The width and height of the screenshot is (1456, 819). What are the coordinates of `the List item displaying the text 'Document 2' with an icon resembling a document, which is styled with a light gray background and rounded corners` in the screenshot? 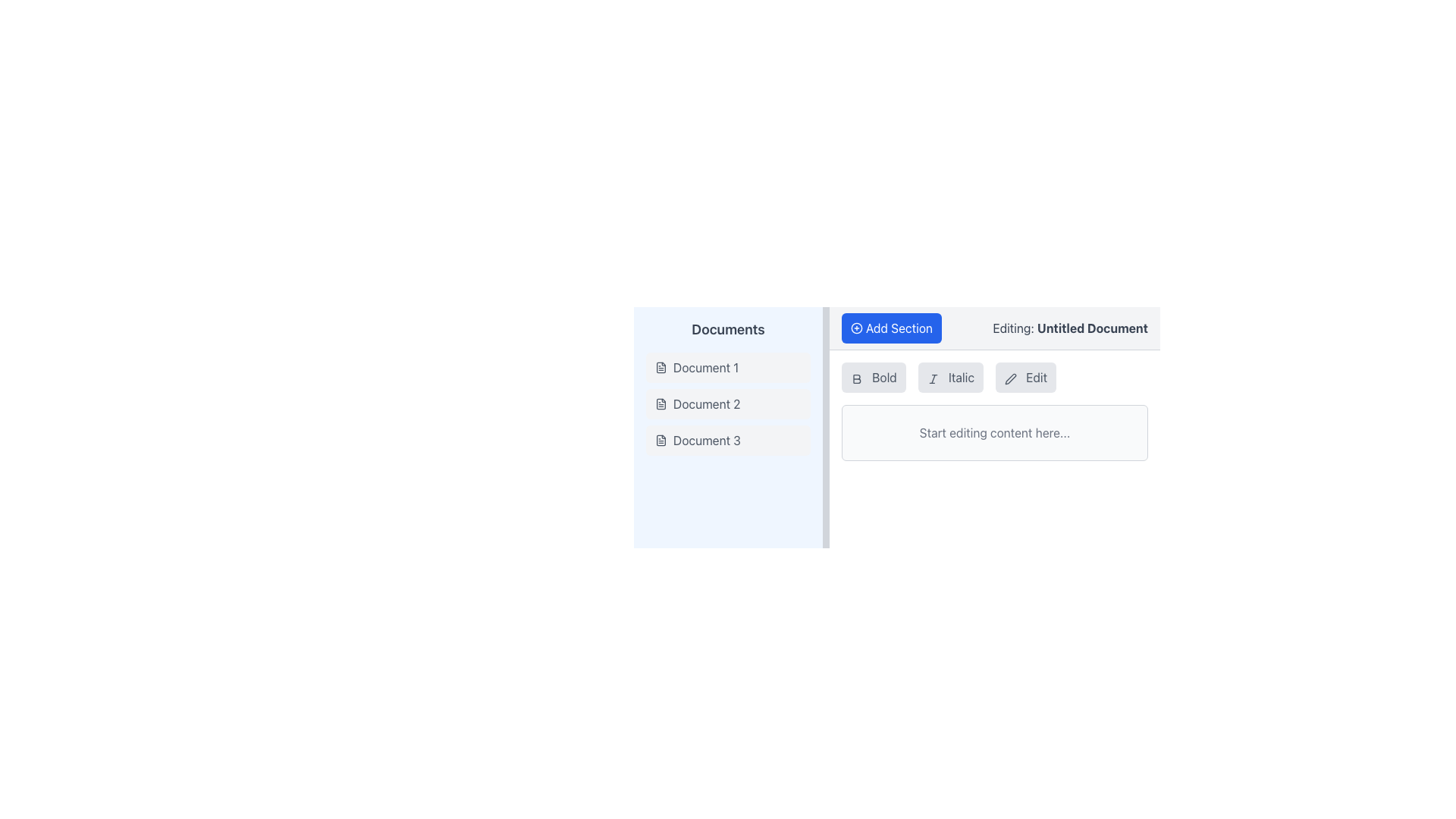 It's located at (728, 403).